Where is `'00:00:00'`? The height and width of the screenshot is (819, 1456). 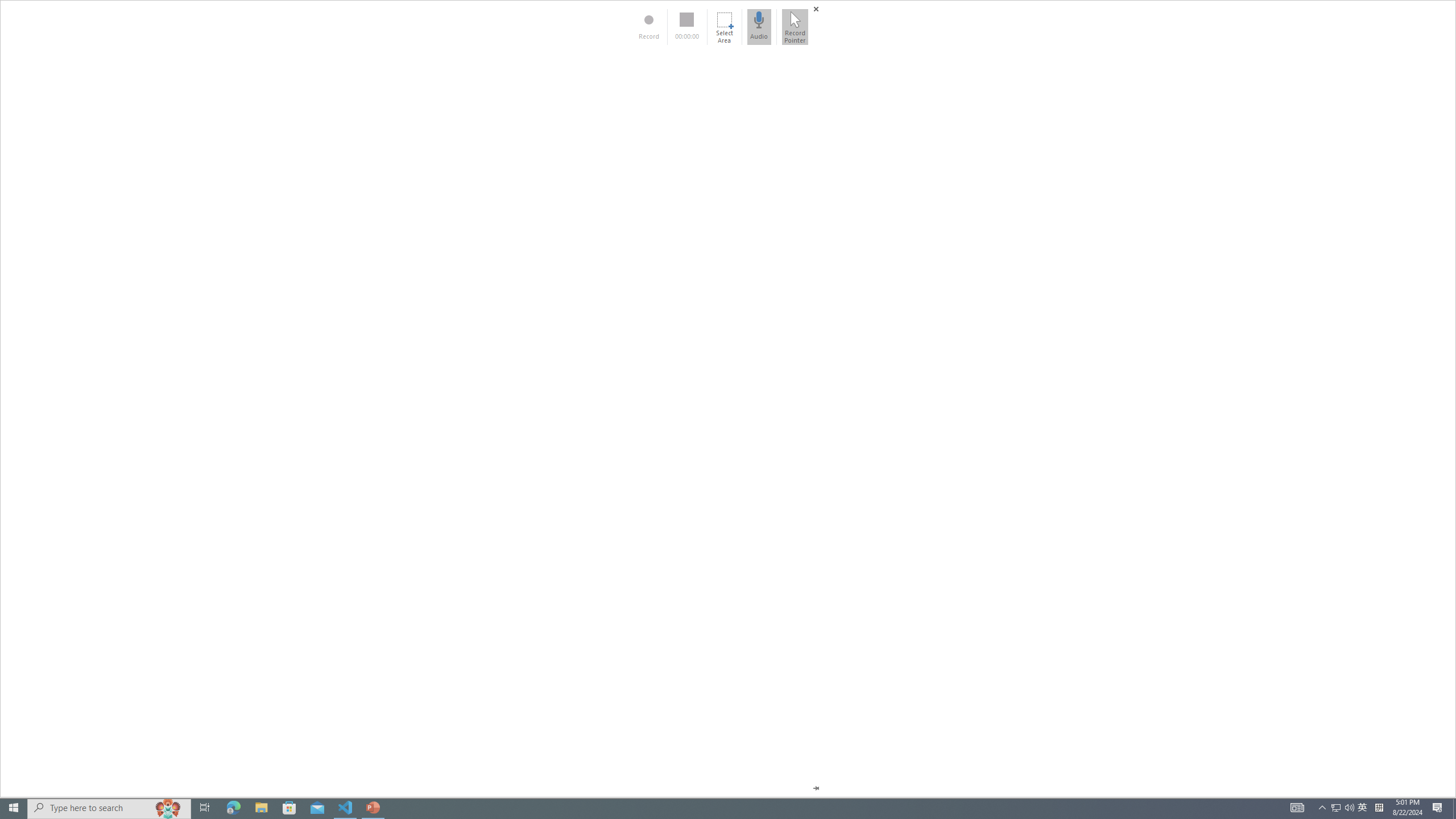 '00:00:00' is located at coordinates (686, 26).